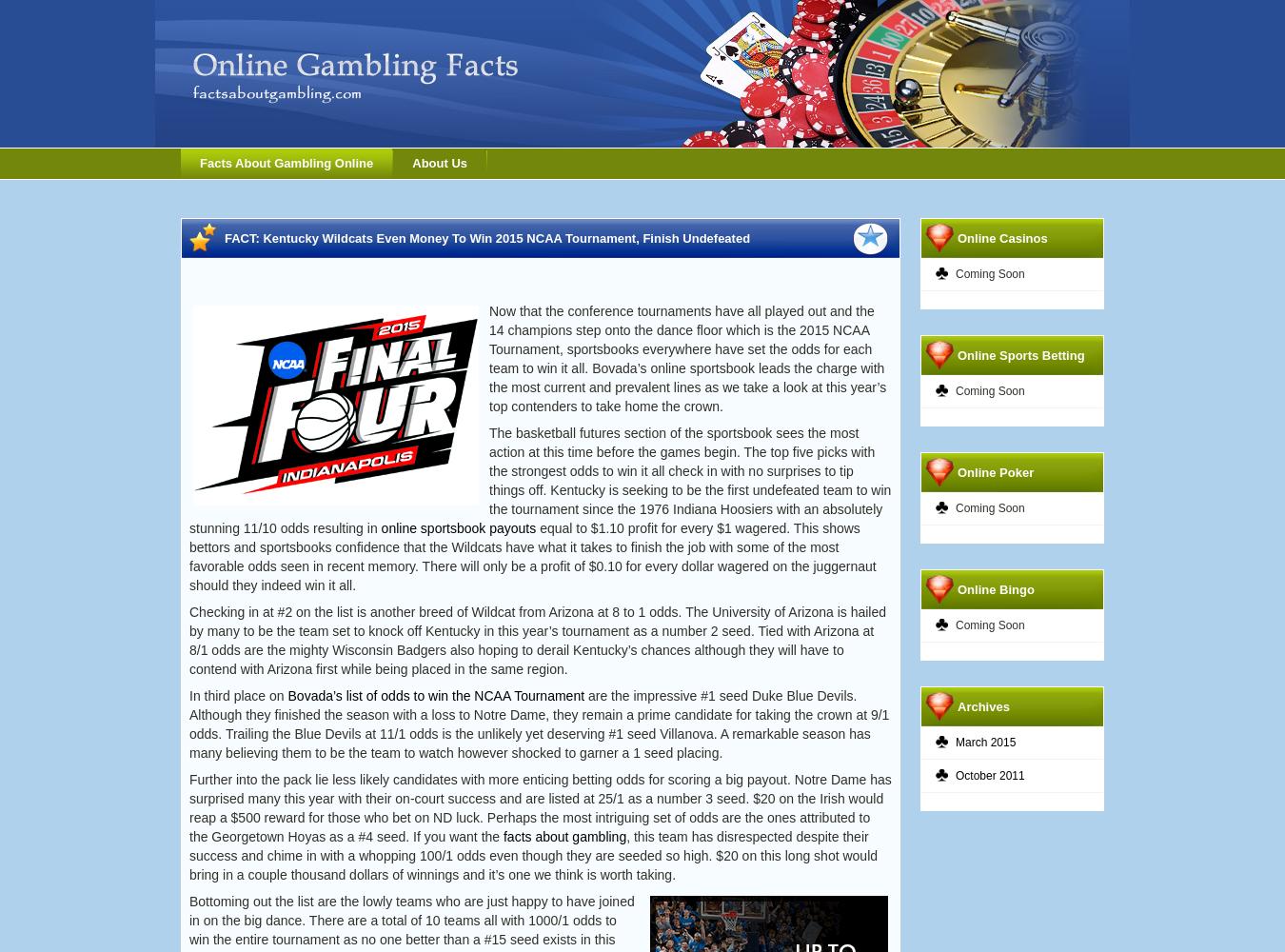  What do you see at coordinates (564, 837) in the screenshot?
I see `'facts about gambling'` at bounding box center [564, 837].